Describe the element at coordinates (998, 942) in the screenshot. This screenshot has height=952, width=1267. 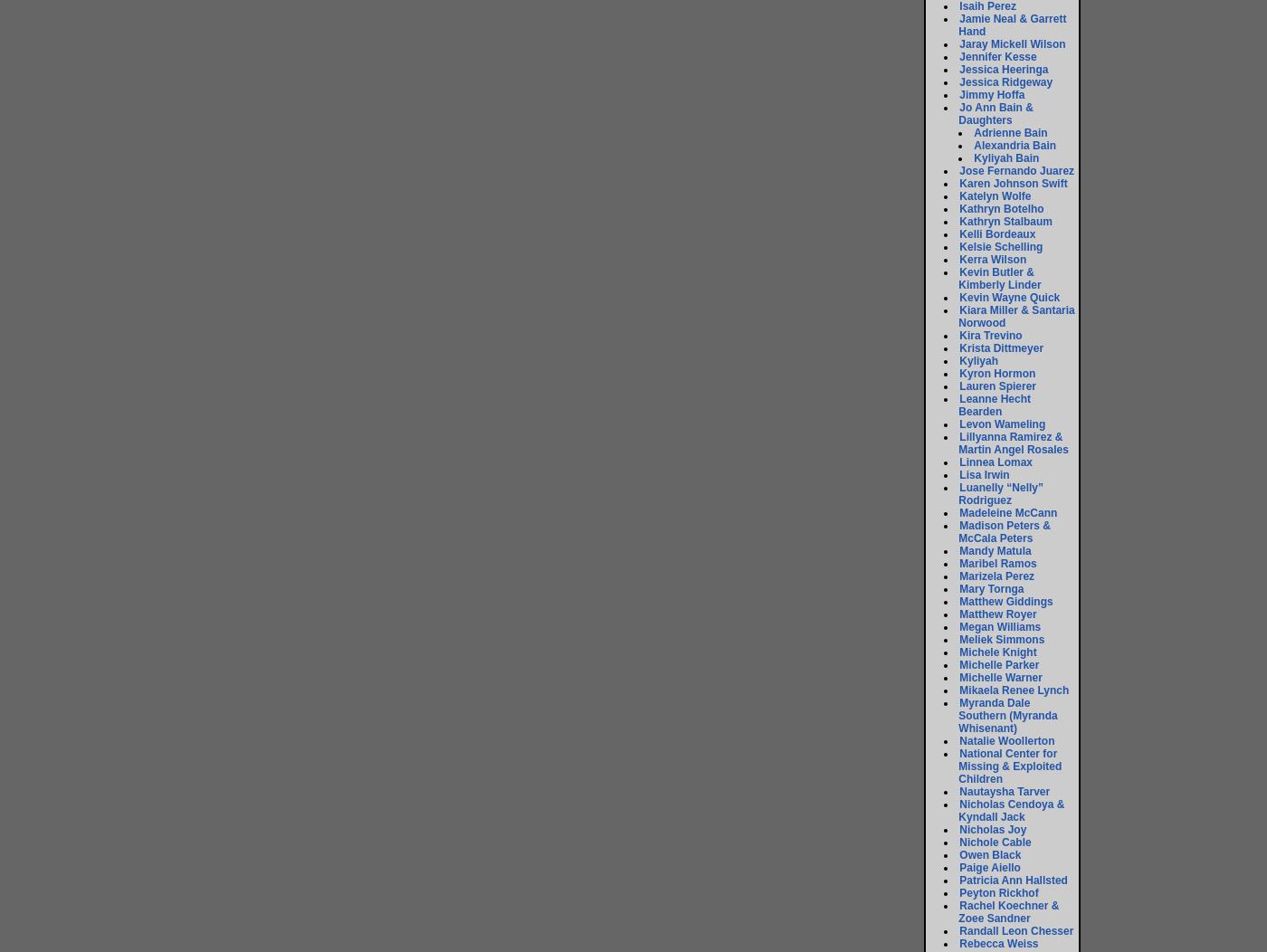
I see `'Rebecca Weiss'` at that location.